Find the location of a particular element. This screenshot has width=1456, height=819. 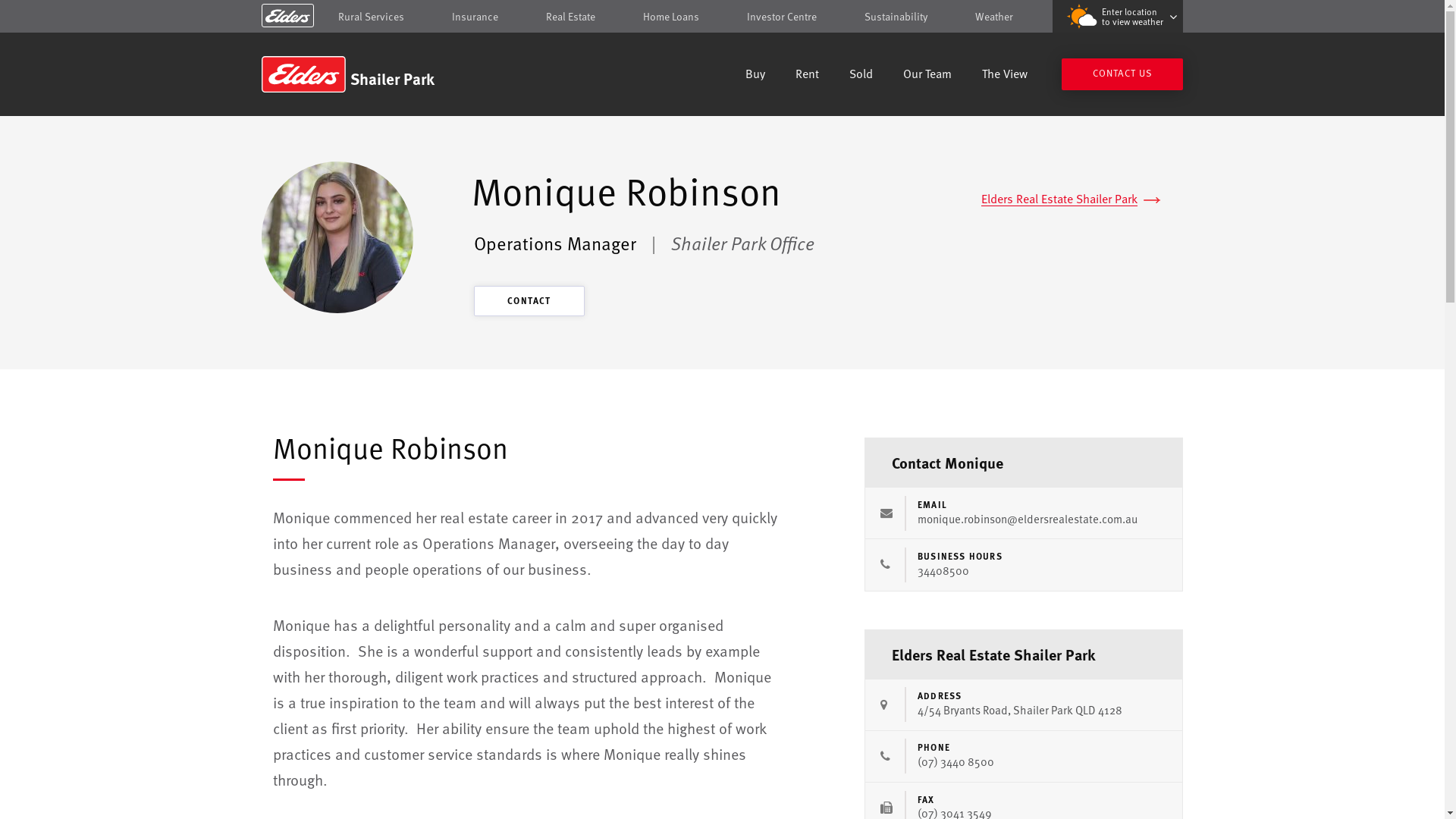

'Investor Centre' is located at coordinates (782, 16).